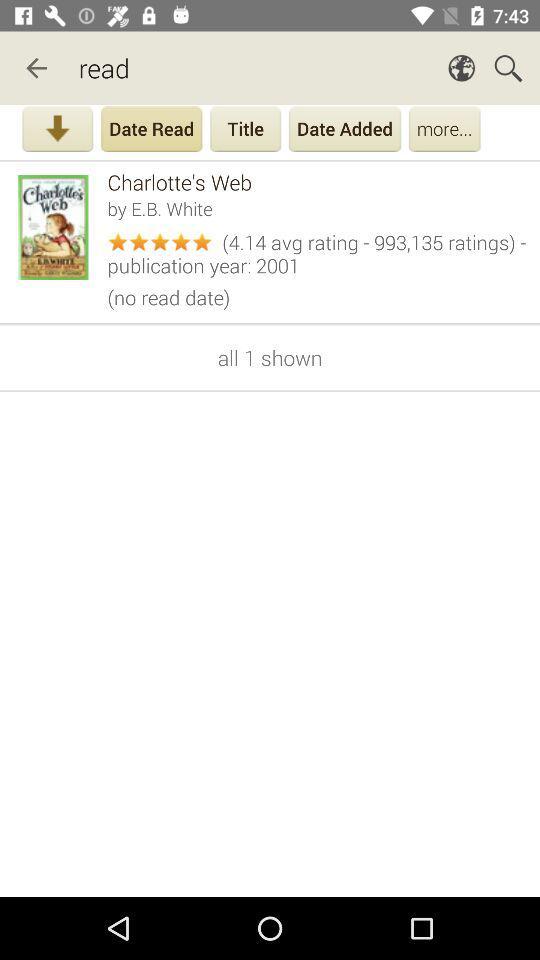 The width and height of the screenshot is (540, 960). What do you see at coordinates (57, 130) in the screenshot?
I see `item next to date read item` at bounding box center [57, 130].